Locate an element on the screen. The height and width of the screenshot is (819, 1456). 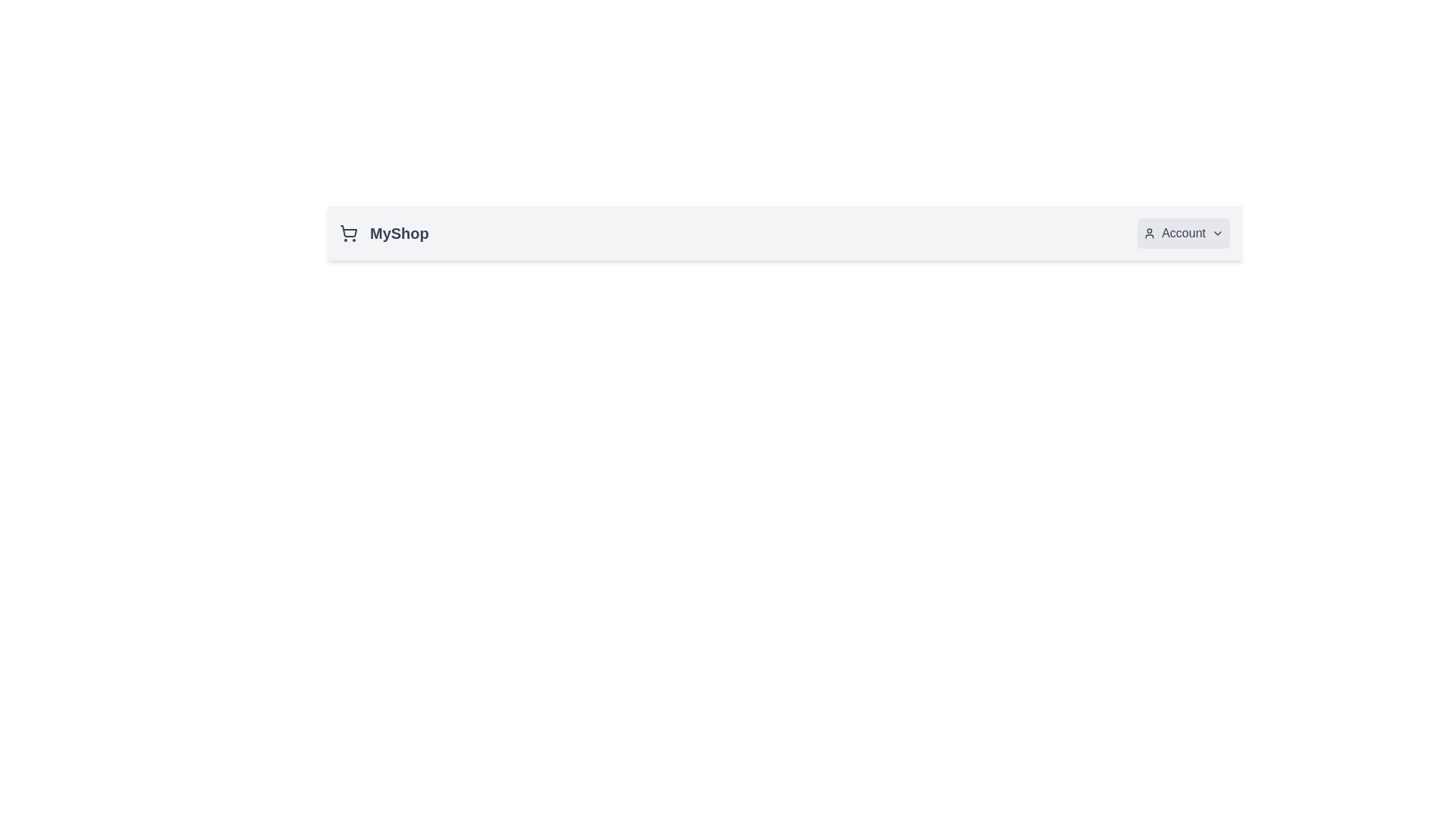
the branding or home navigation text label located in the top-left portion of the interface, adjacent to the shopping cart icon is located at coordinates (399, 234).